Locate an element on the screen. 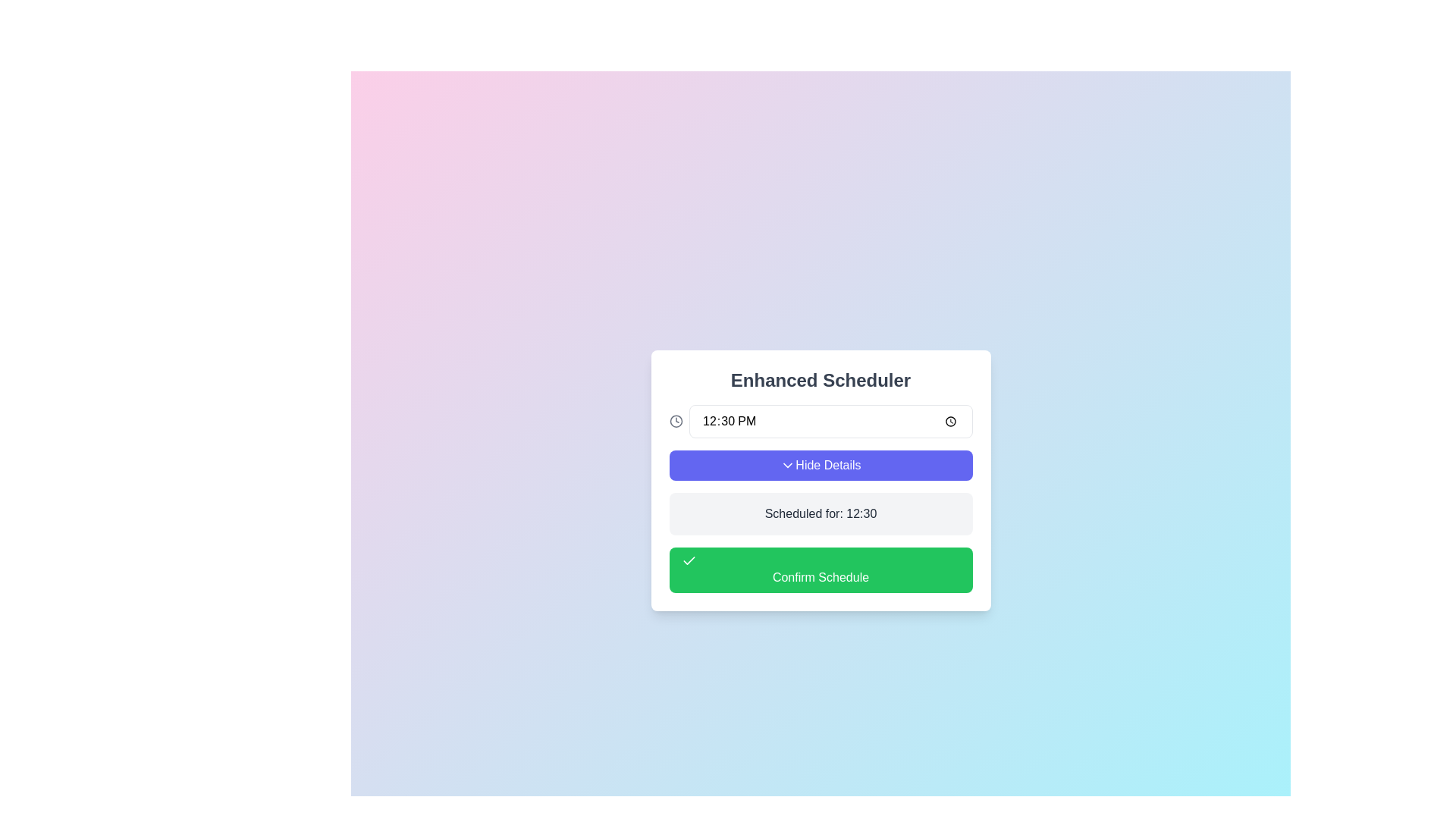  the 'Hide Details' button by clicking on the chevron down icon, which serves as a toggle indicator is located at coordinates (788, 464).